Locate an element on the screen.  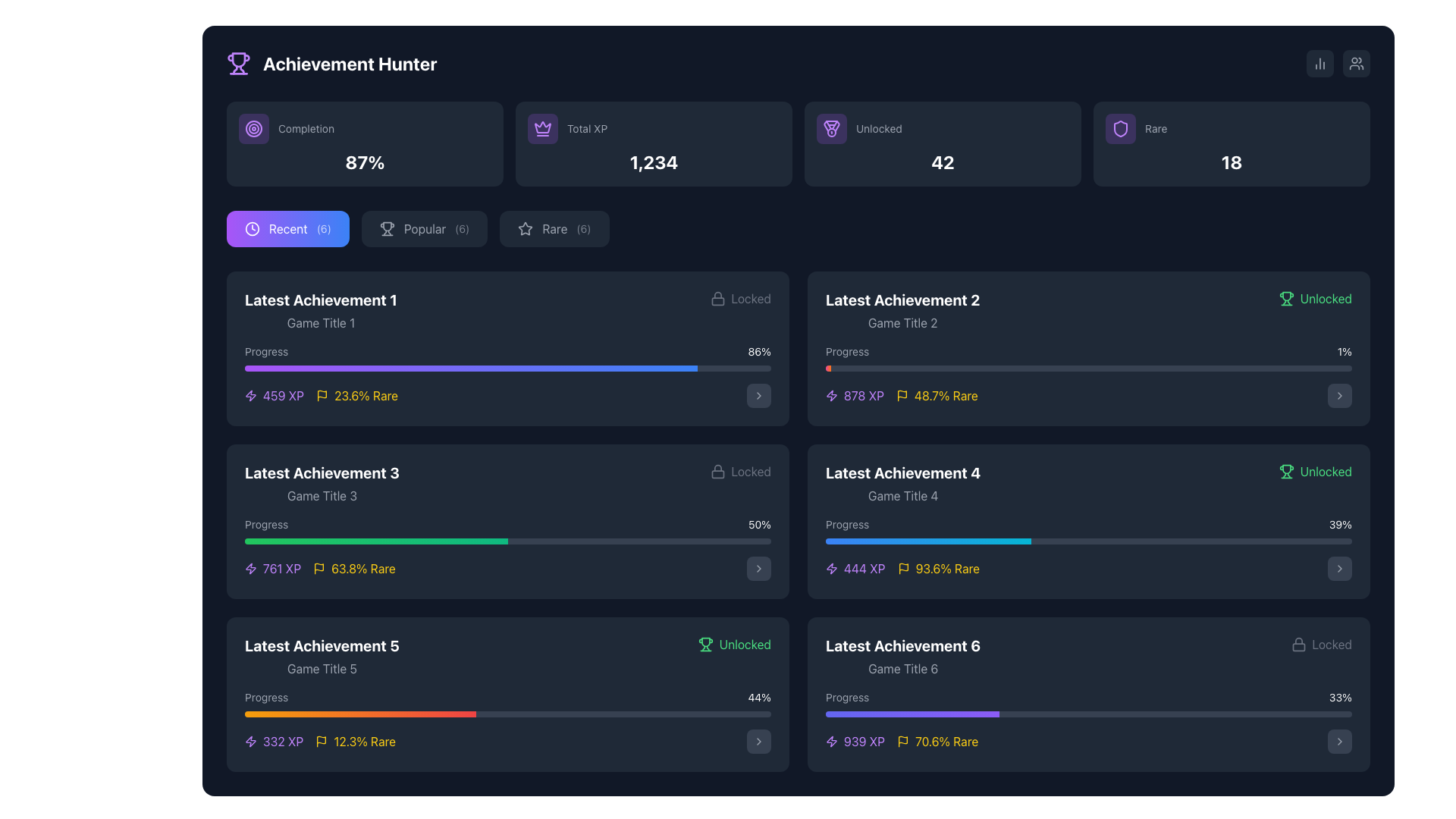
the informative text element displaying the rarity percentage of the achievement located in the bottom-right area of the interface, specifically within the 'Latest Achievement 6' subsection, positioned after the '939 XP' element is located at coordinates (937, 741).